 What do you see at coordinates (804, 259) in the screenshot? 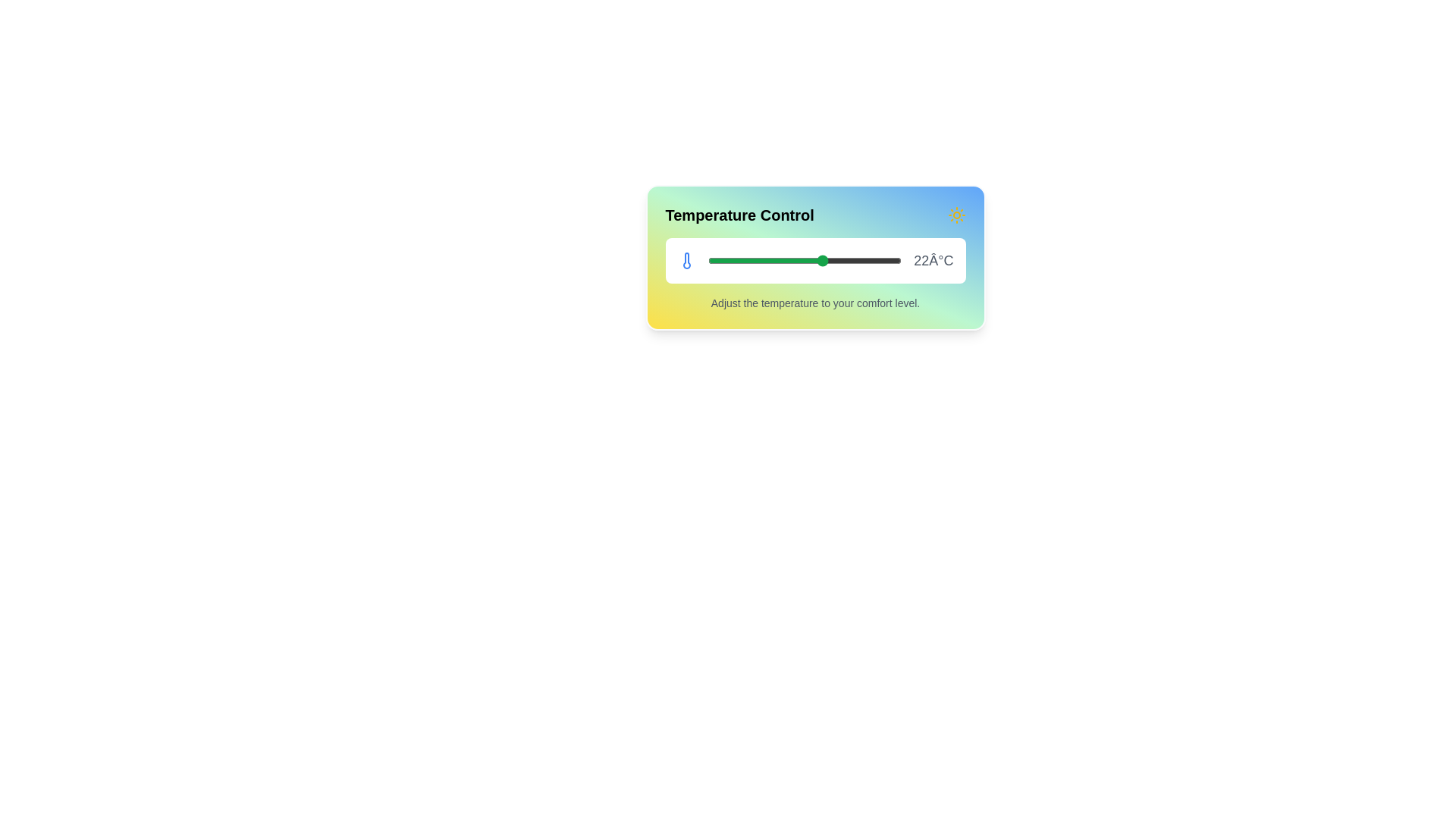
I see `temperature` at bounding box center [804, 259].